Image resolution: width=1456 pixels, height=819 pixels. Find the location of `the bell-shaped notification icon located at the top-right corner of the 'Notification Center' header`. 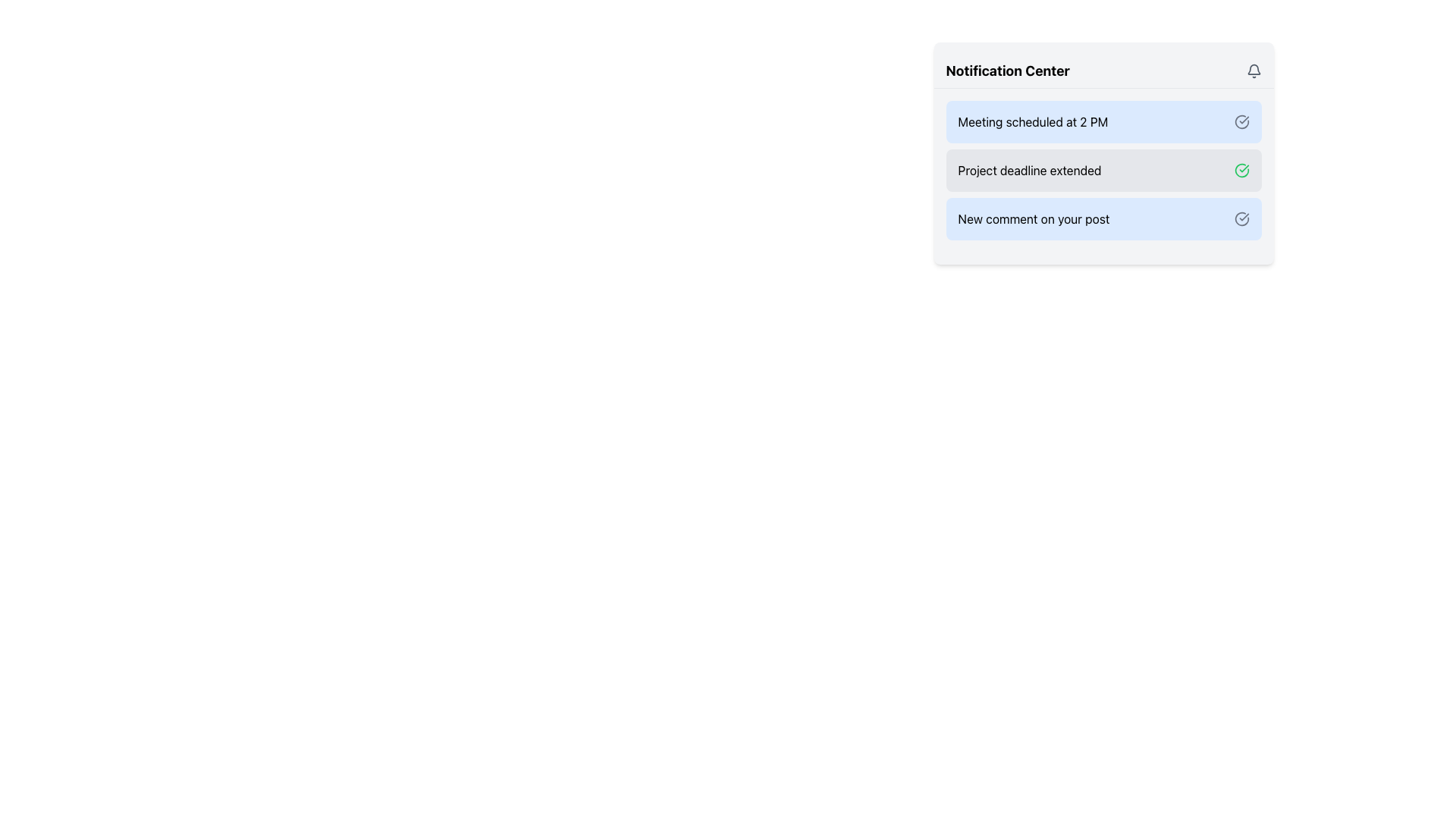

the bell-shaped notification icon located at the top-right corner of the 'Notification Center' header is located at coordinates (1254, 71).